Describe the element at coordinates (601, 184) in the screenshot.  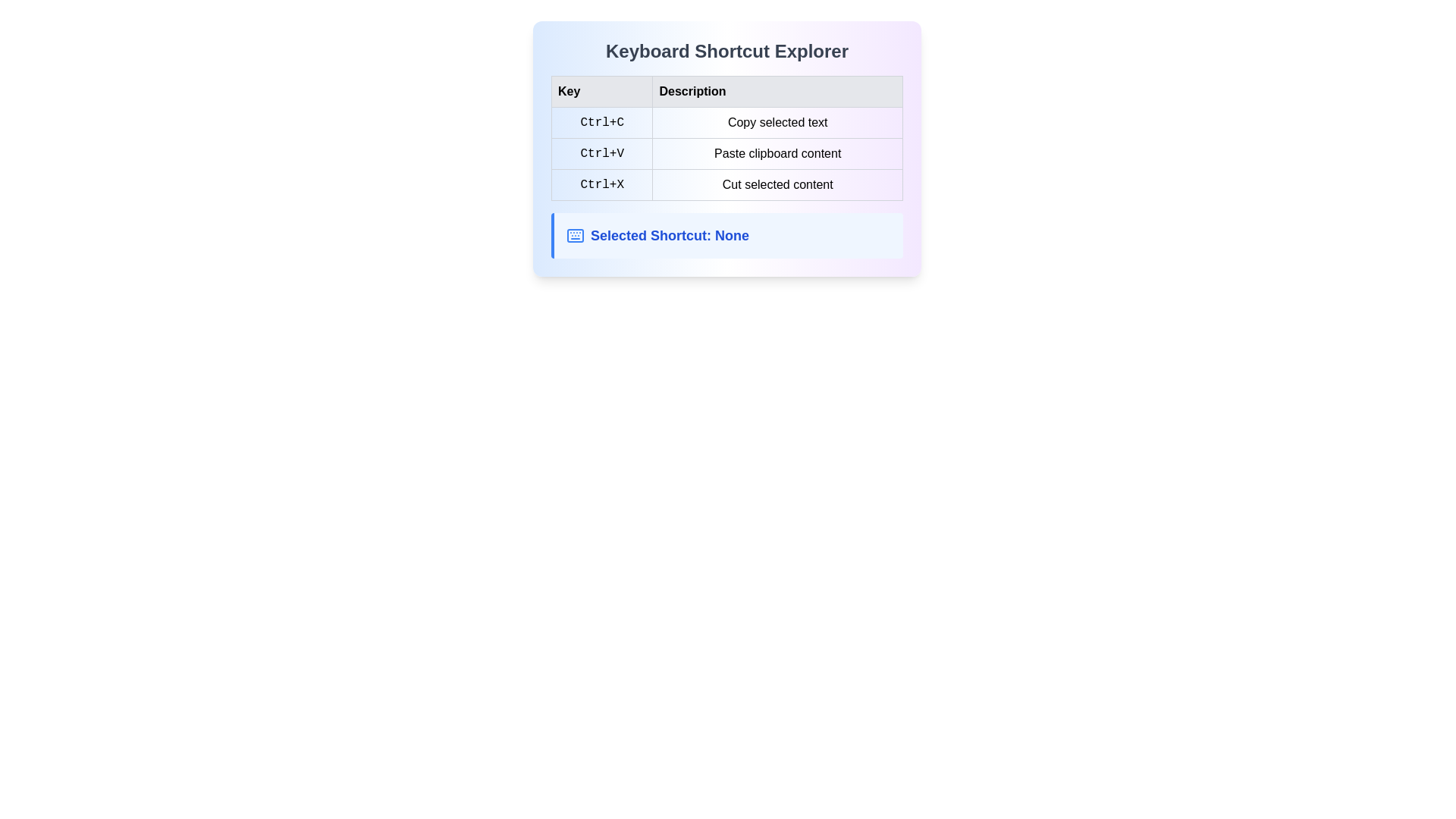
I see `the informational text label that represents the shortcut 'Ctrl+X' located in the 'Key' column of the grid layout, specifically in the third row from the top` at that location.